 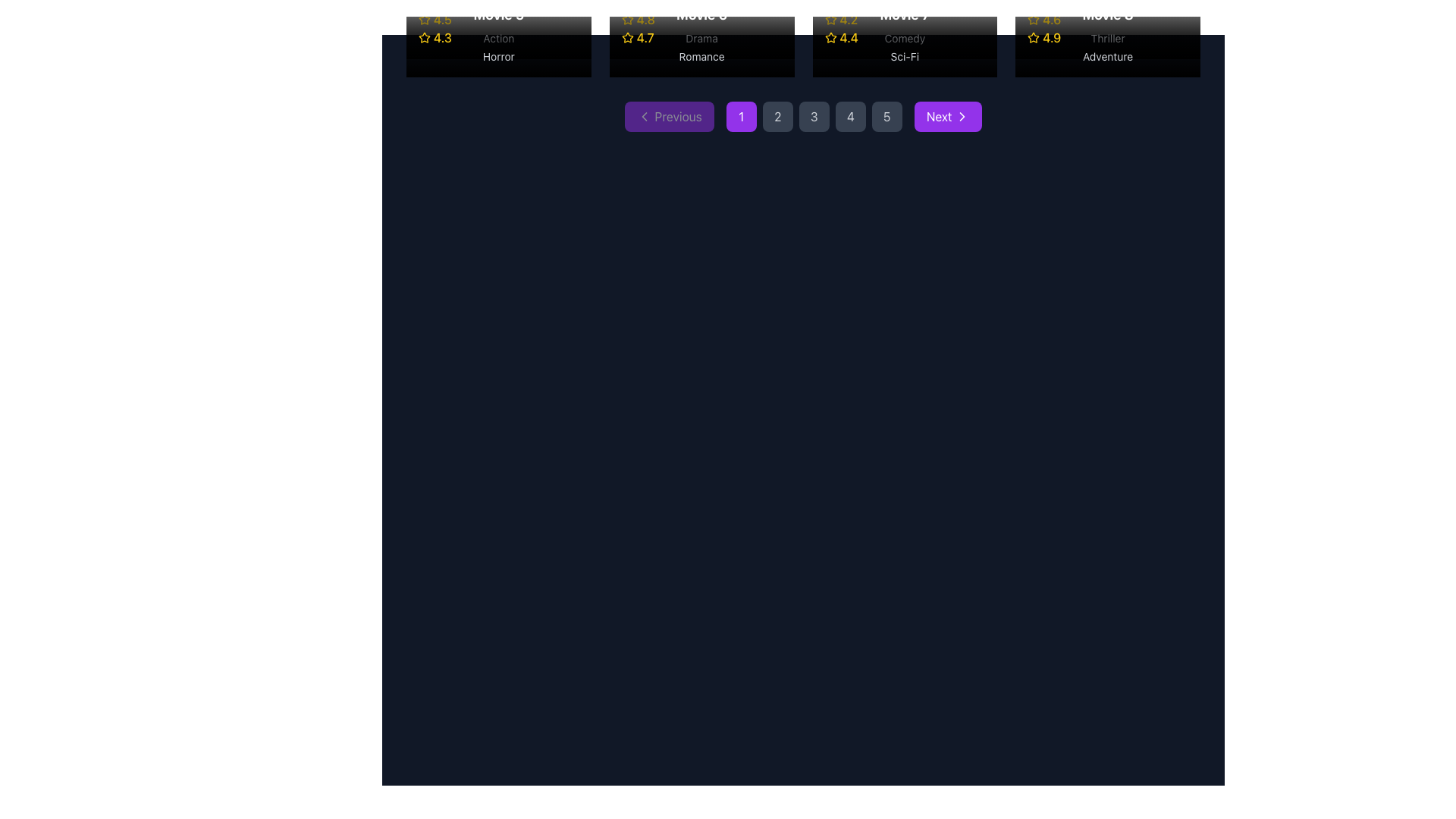 I want to click on the bold white text label 'Movie 8', so click(x=1108, y=14).